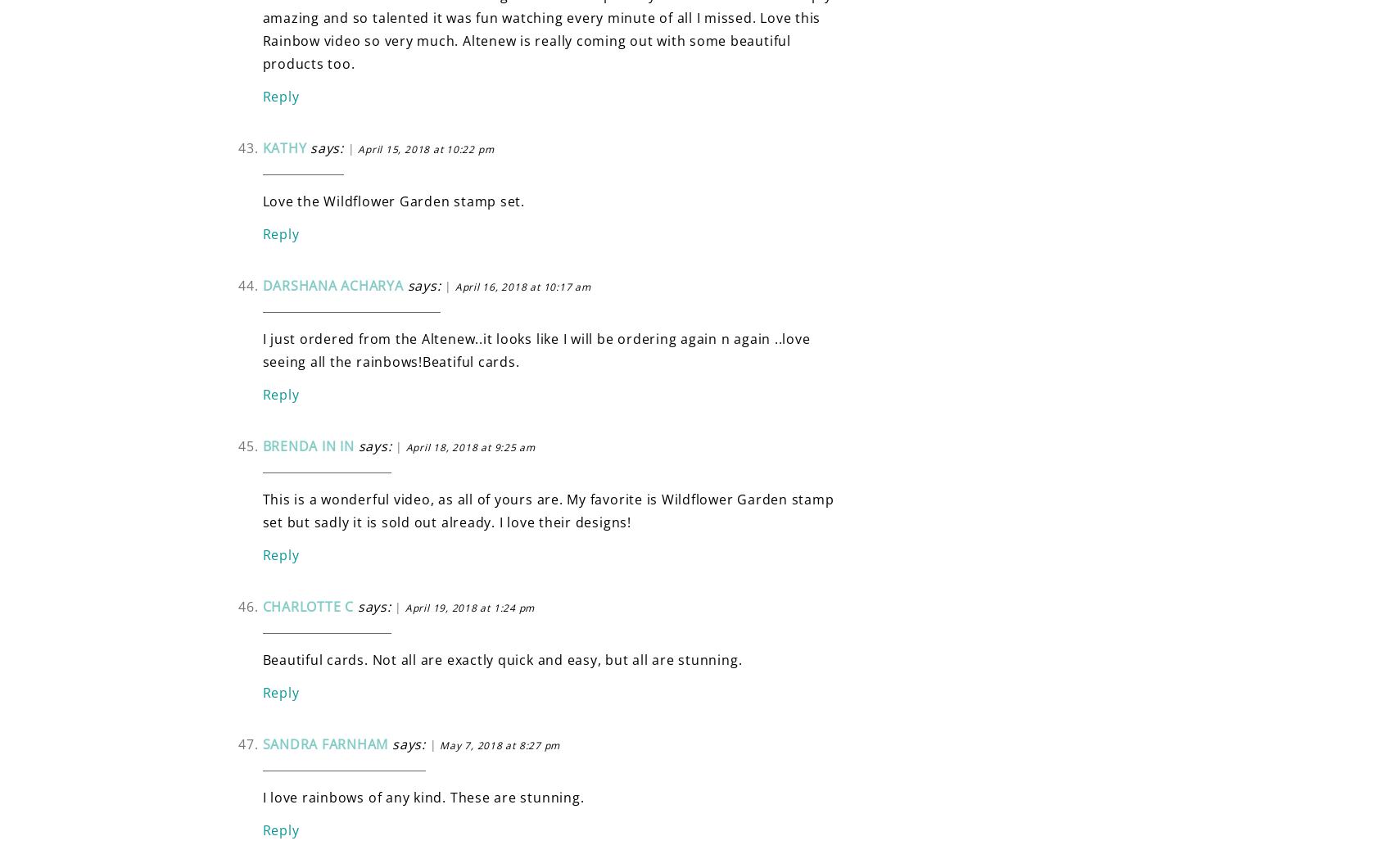  What do you see at coordinates (501, 658) in the screenshot?
I see `'Beautiful cards.  Not all are exactly quick and easy, but all are stunning.'` at bounding box center [501, 658].